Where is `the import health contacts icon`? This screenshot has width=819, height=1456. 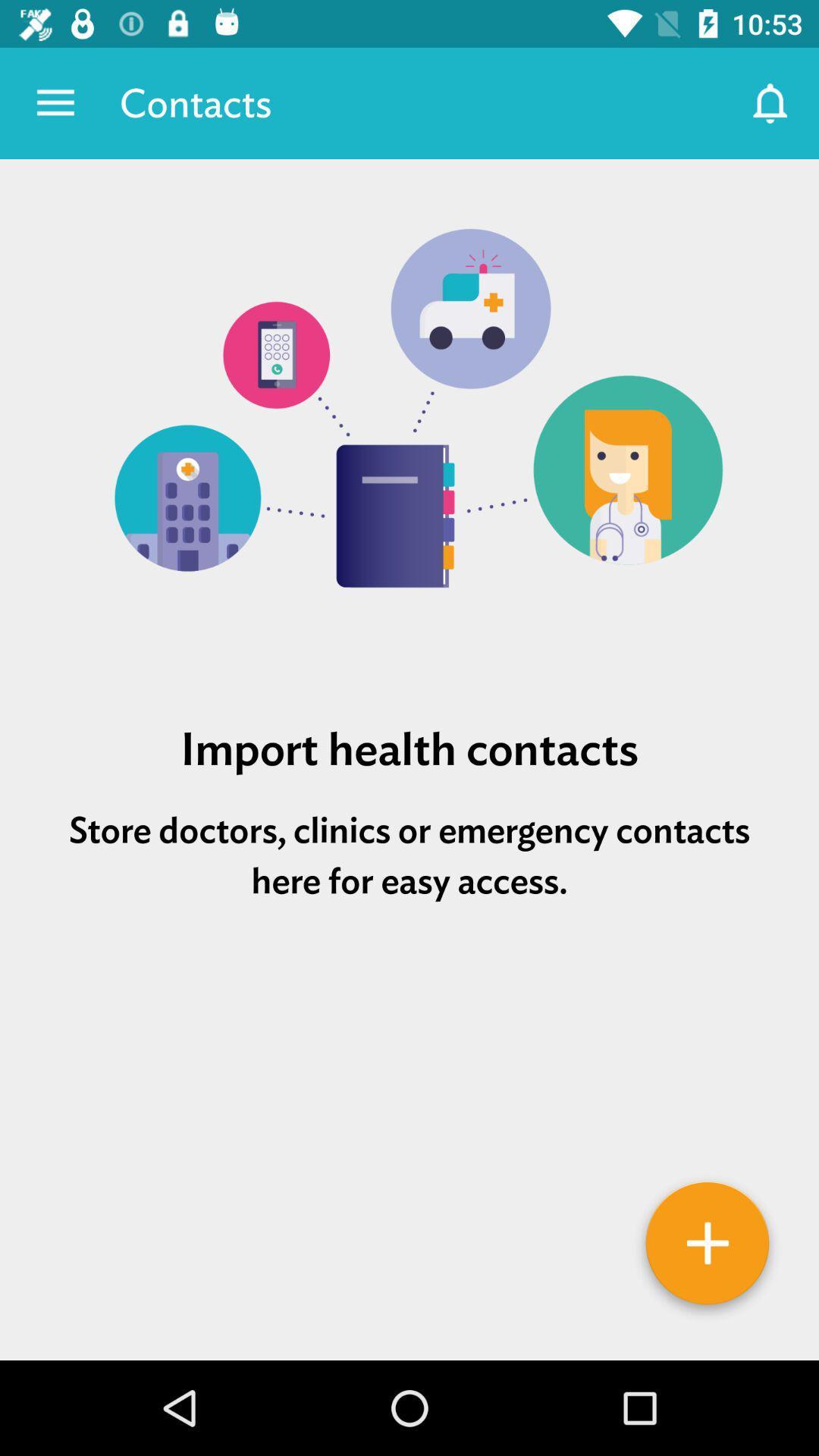
the import health contacts icon is located at coordinates (409, 748).